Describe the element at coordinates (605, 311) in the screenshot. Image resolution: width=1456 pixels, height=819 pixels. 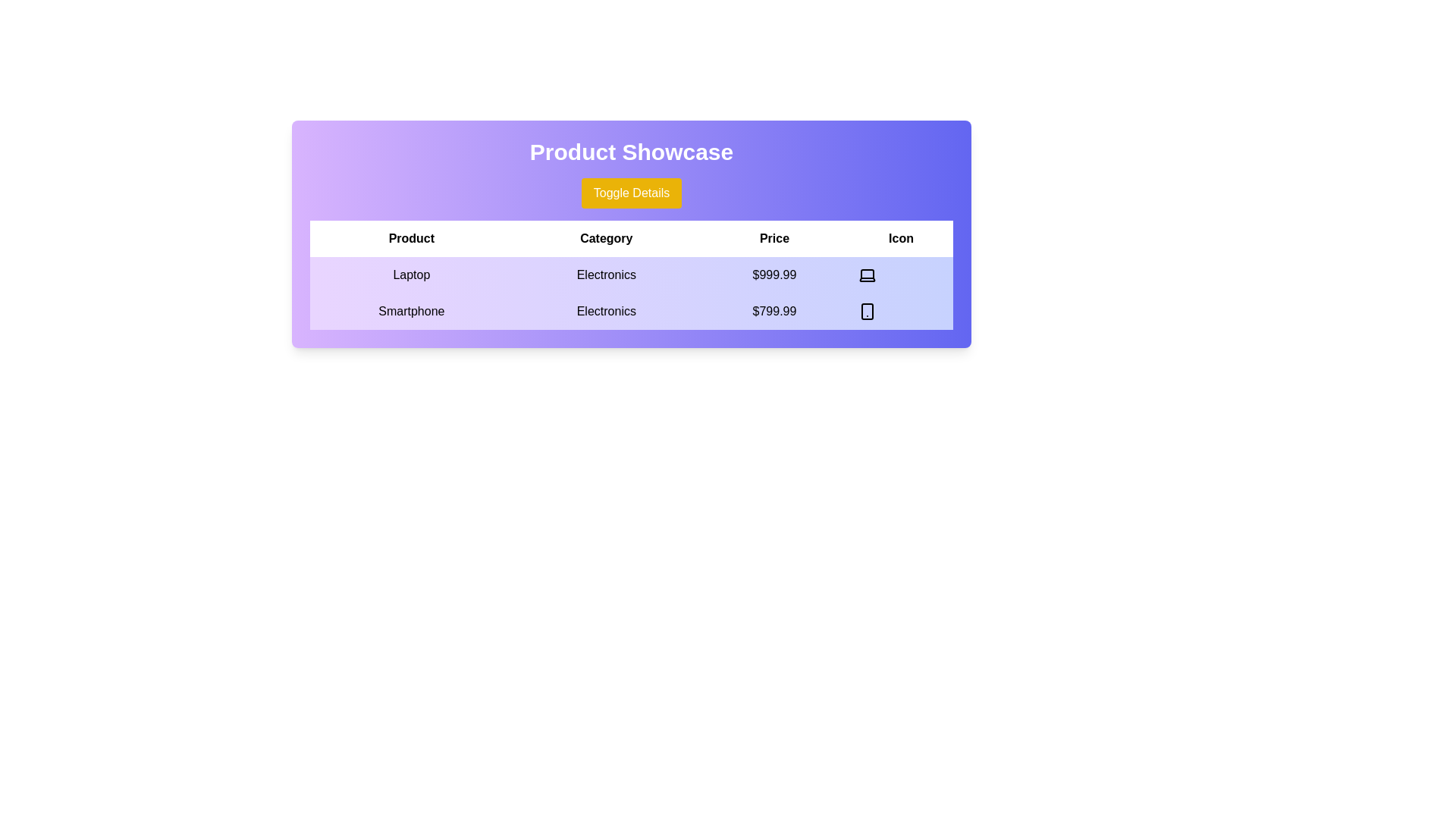
I see `the 'Electronics' text label, which is centrally aligned in the second row of a table-like layout under the 'Category' column header` at that location.